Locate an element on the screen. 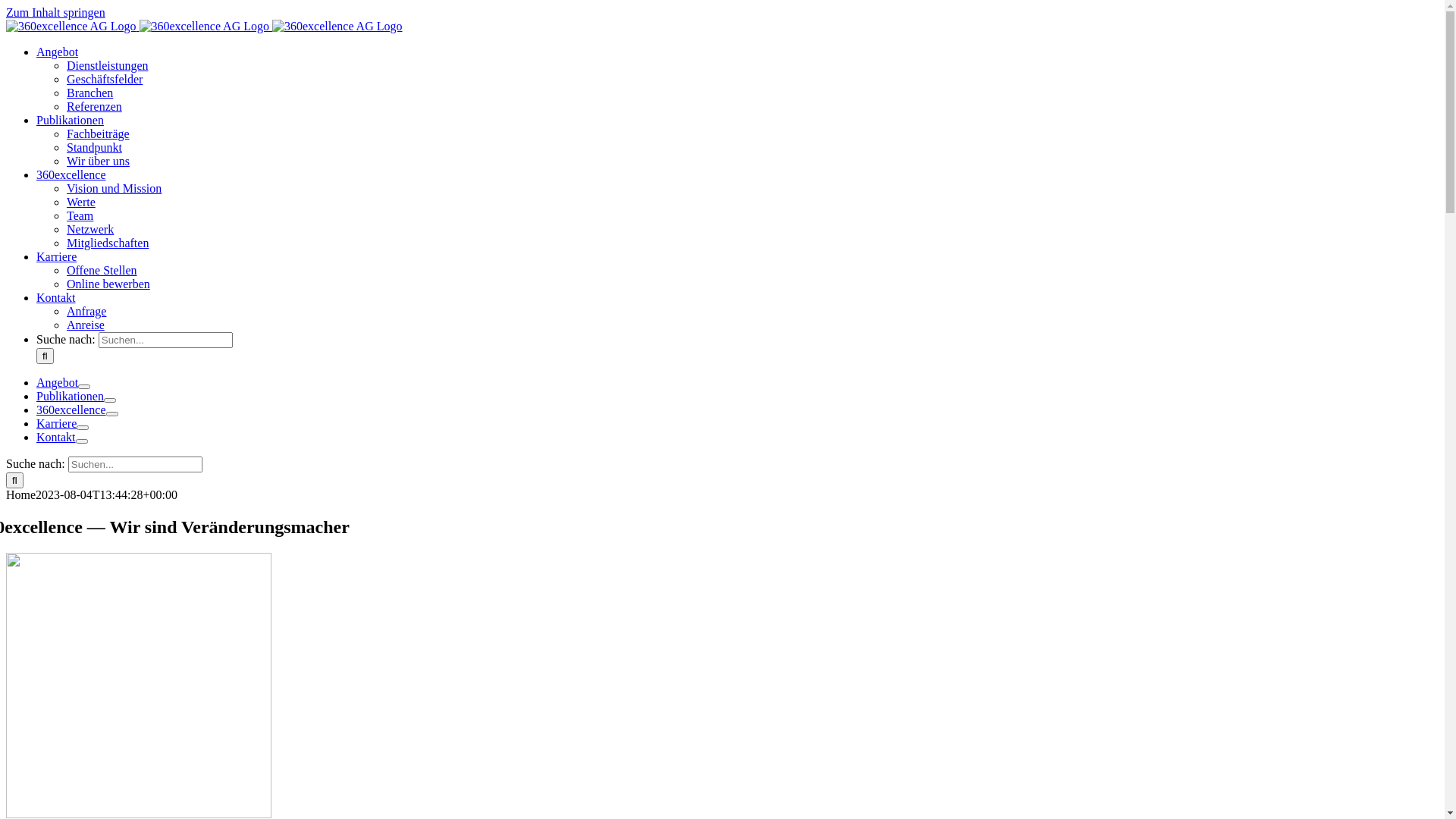  '360excellence' is located at coordinates (36, 174).